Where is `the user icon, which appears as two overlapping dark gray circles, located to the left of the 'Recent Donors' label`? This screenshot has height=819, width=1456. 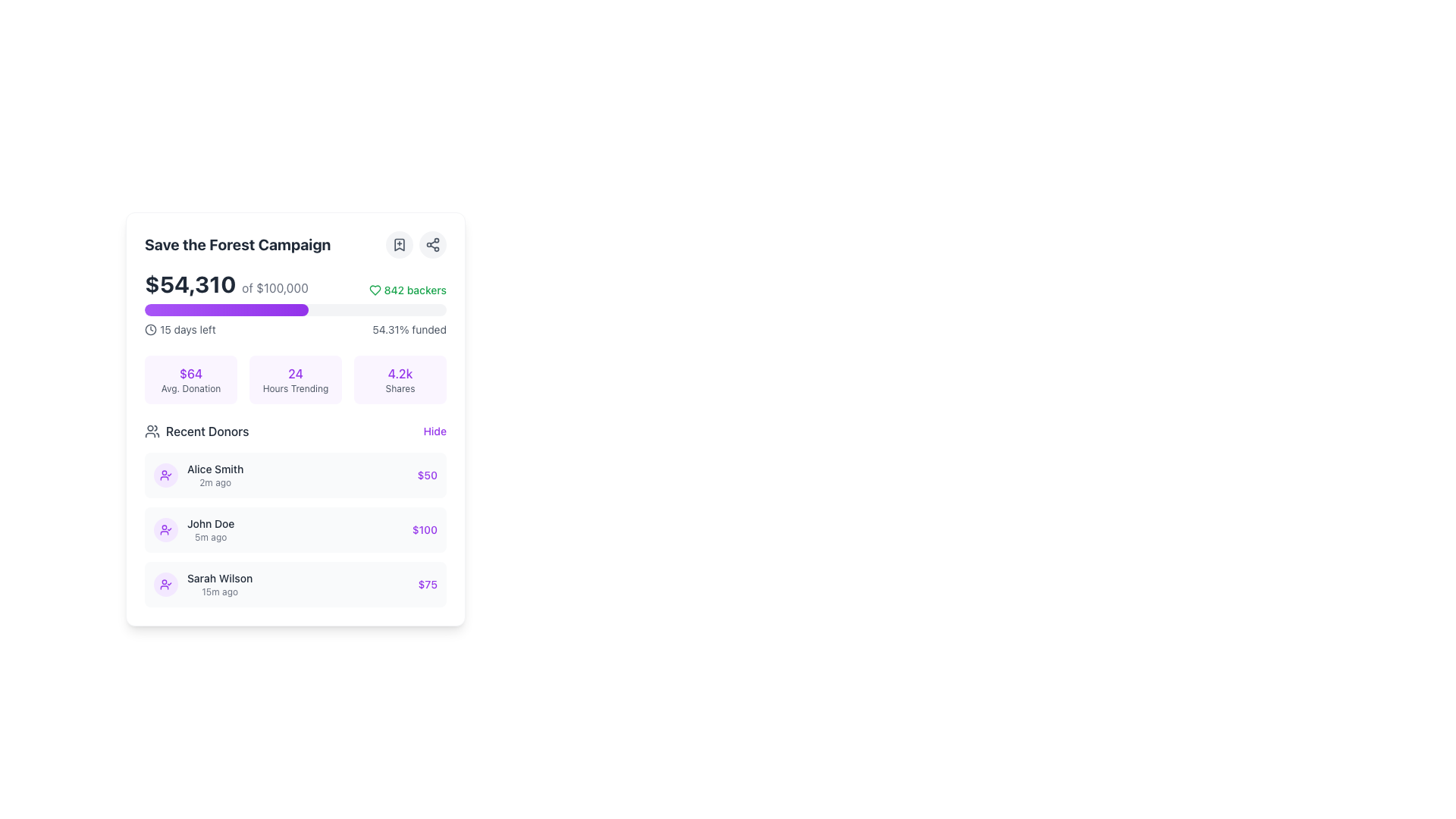
the user icon, which appears as two overlapping dark gray circles, located to the left of the 'Recent Donors' label is located at coordinates (152, 431).